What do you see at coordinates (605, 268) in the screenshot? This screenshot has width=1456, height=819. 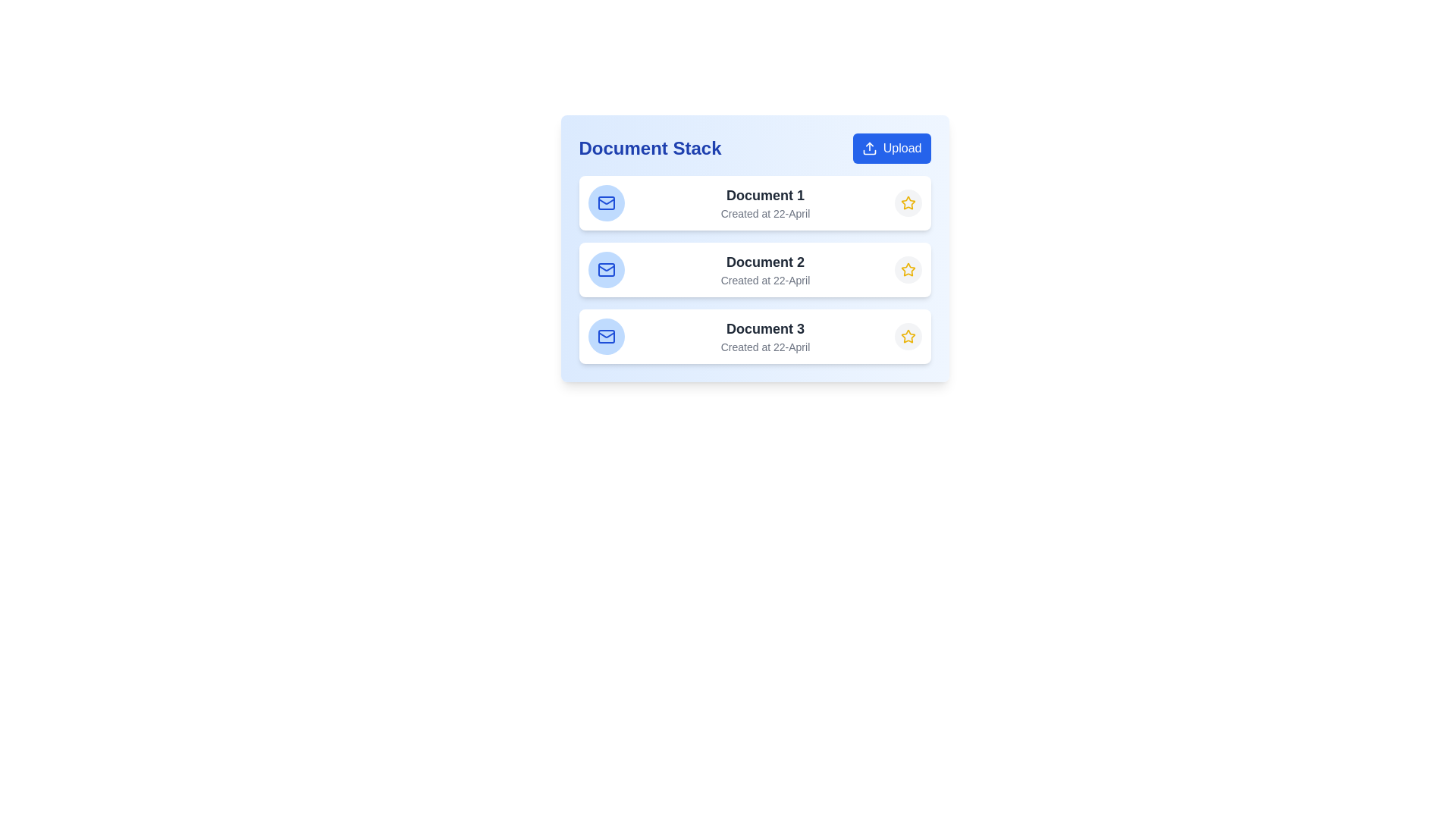 I see `the icon representing the document item labeled as 'Document 2', located in the second row of the list, to the left of the text 'Document 2'` at bounding box center [605, 268].